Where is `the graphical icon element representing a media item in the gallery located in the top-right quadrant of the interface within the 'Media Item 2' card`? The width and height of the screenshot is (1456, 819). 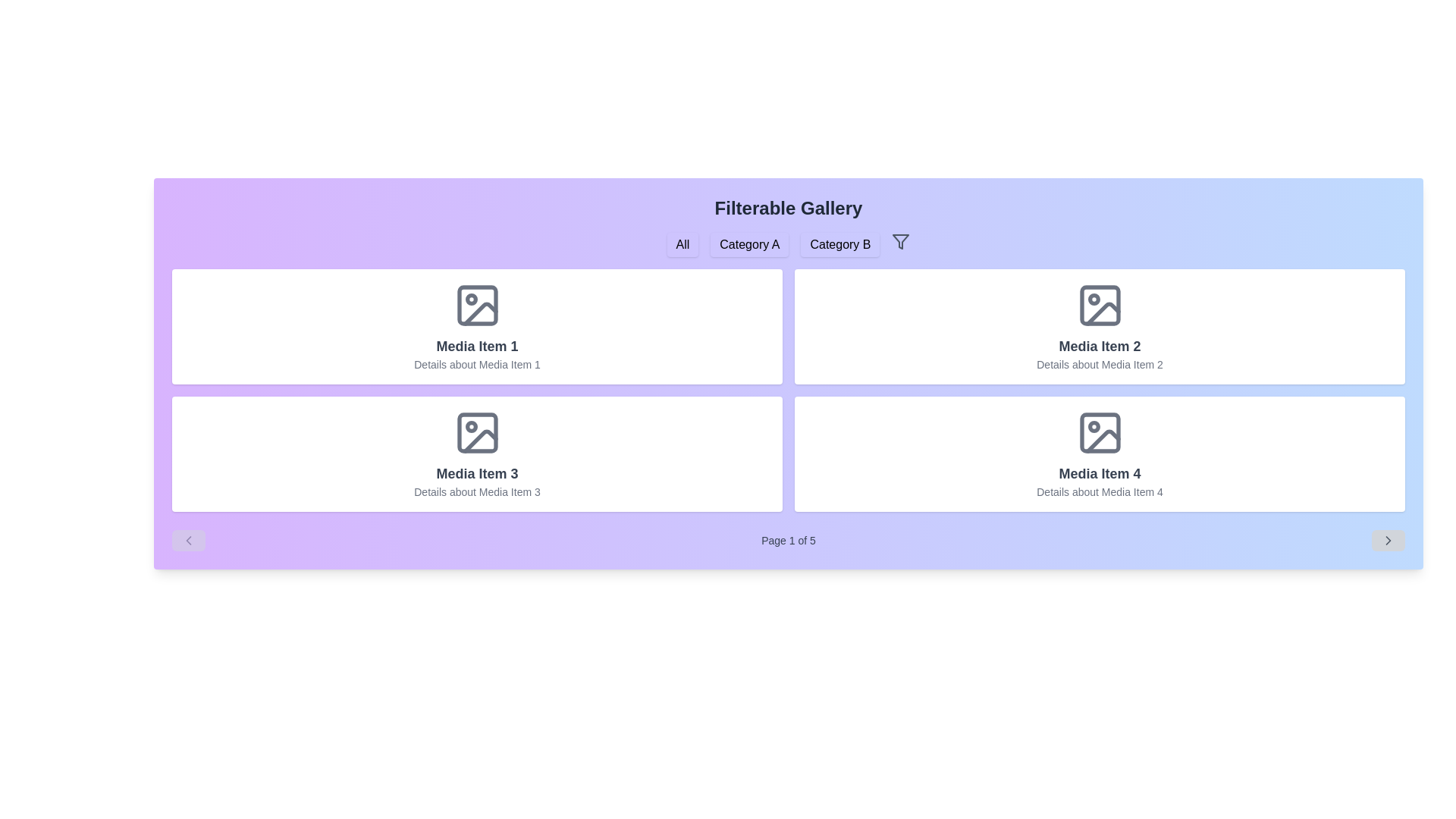 the graphical icon element representing a media item in the gallery located in the top-right quadrant of the interface within the 'Media Item 2' card is located at coordinates (1100, 305).